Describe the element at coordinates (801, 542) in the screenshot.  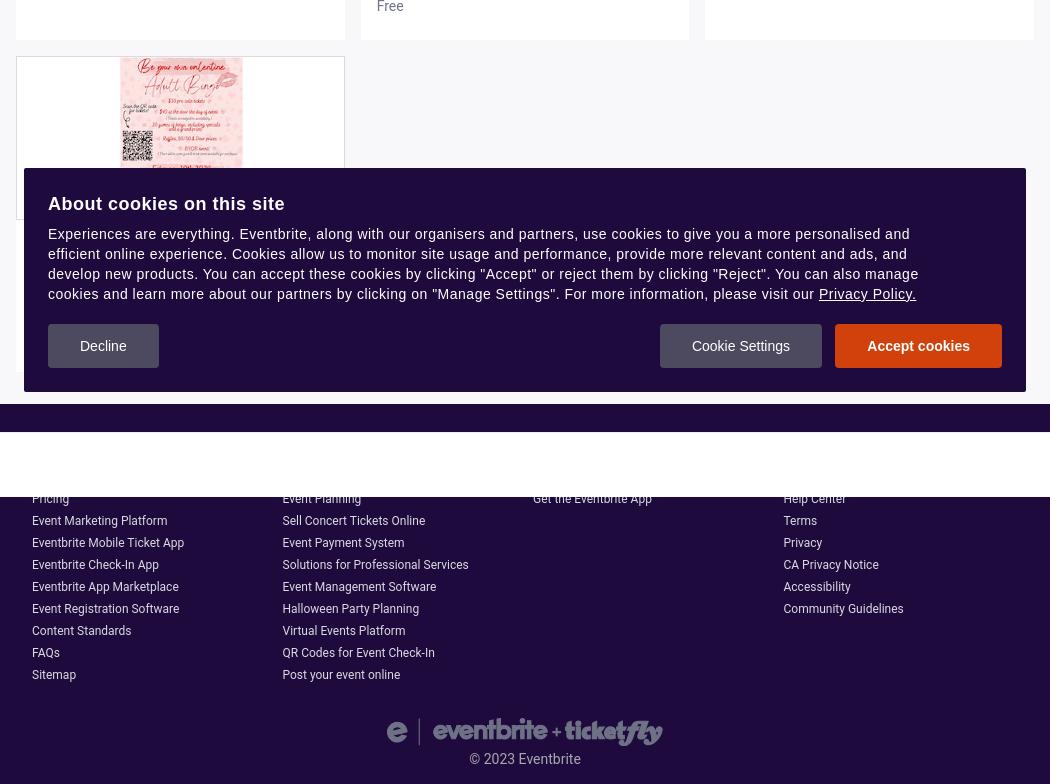
I see `'Privacy'` at that location.